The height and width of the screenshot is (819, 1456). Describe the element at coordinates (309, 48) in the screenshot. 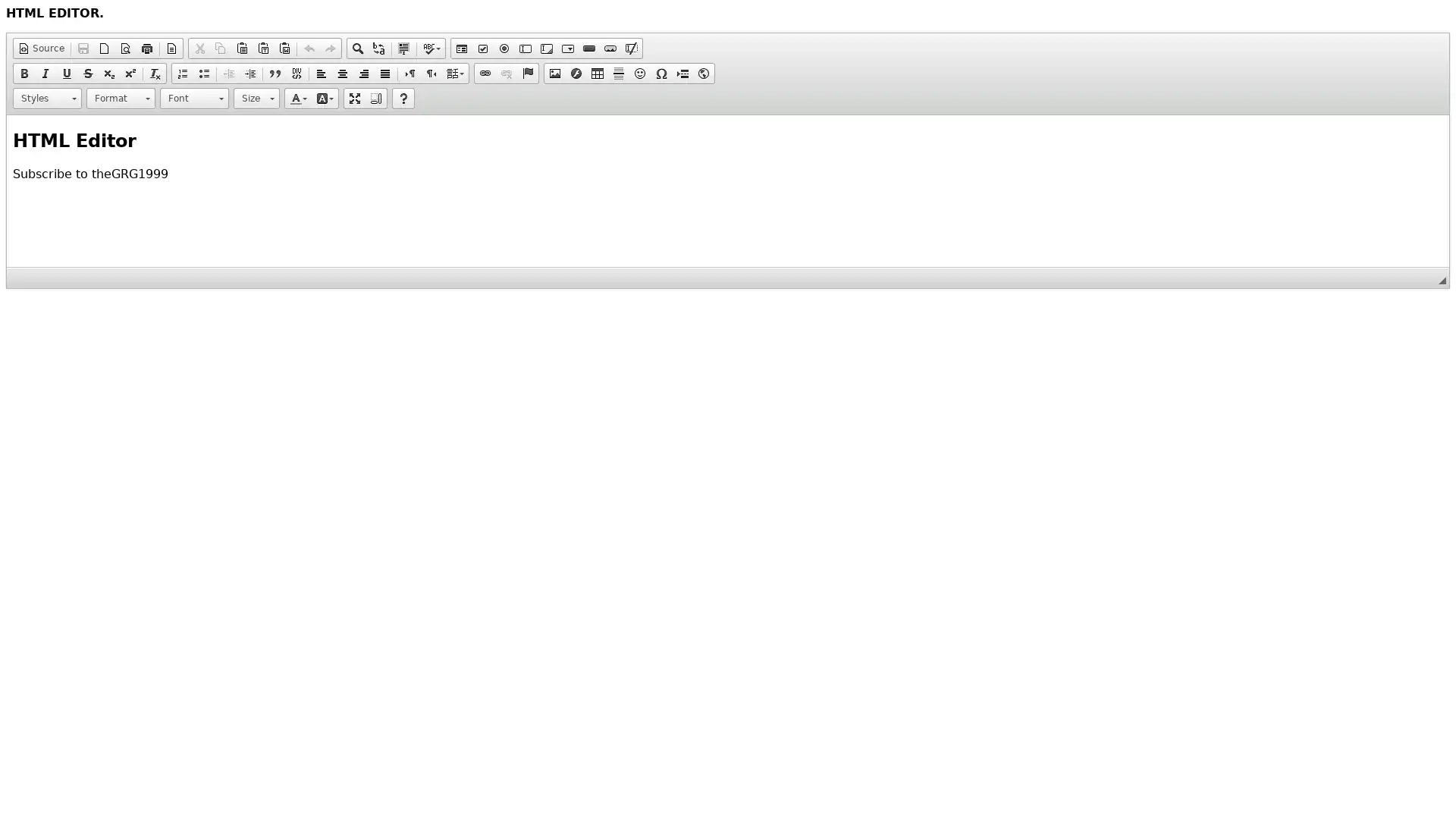

I see `Undo` at that location.